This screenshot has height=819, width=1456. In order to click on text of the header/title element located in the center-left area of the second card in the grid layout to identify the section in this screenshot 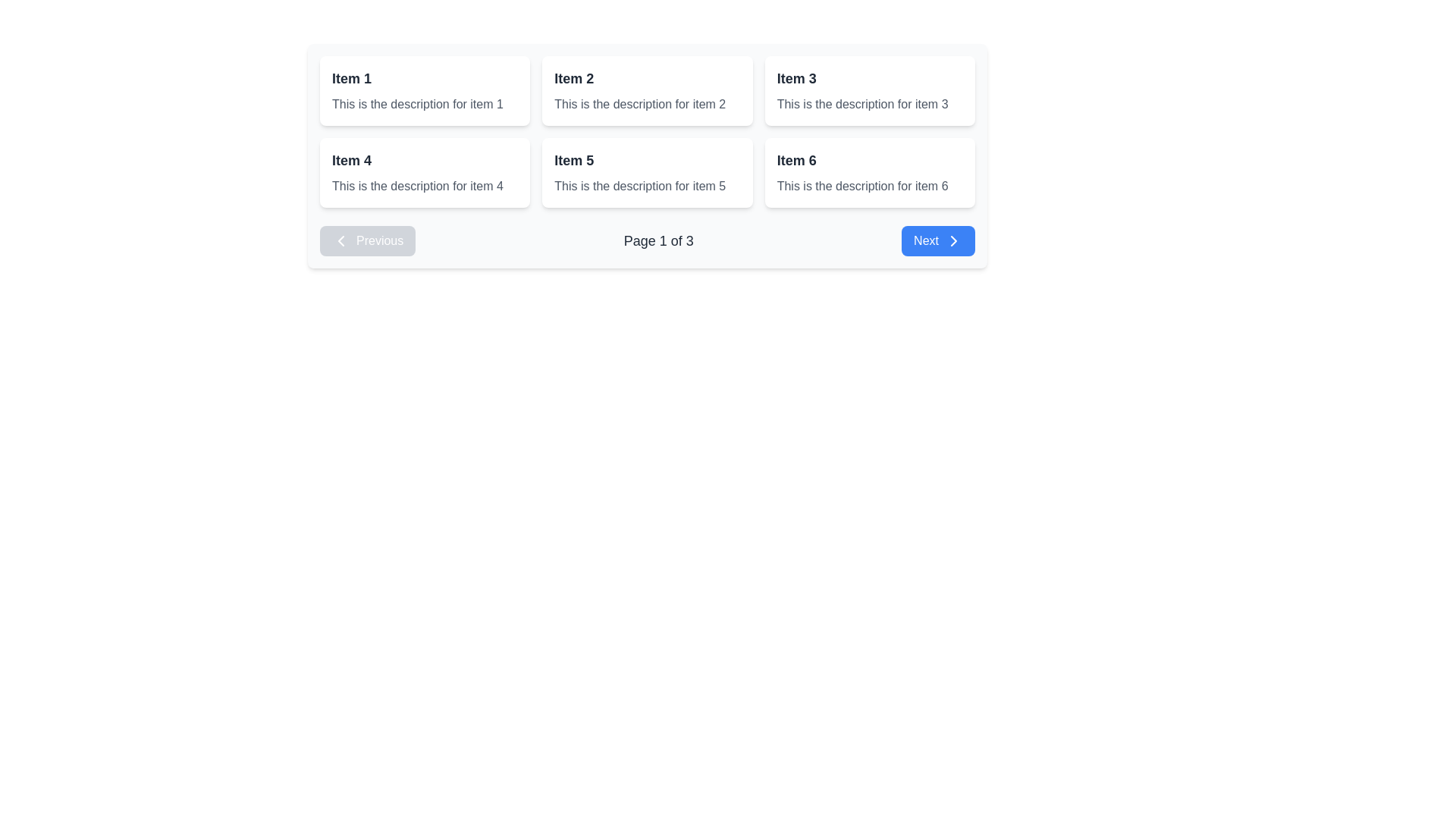, I will do `click(573, 79)`.